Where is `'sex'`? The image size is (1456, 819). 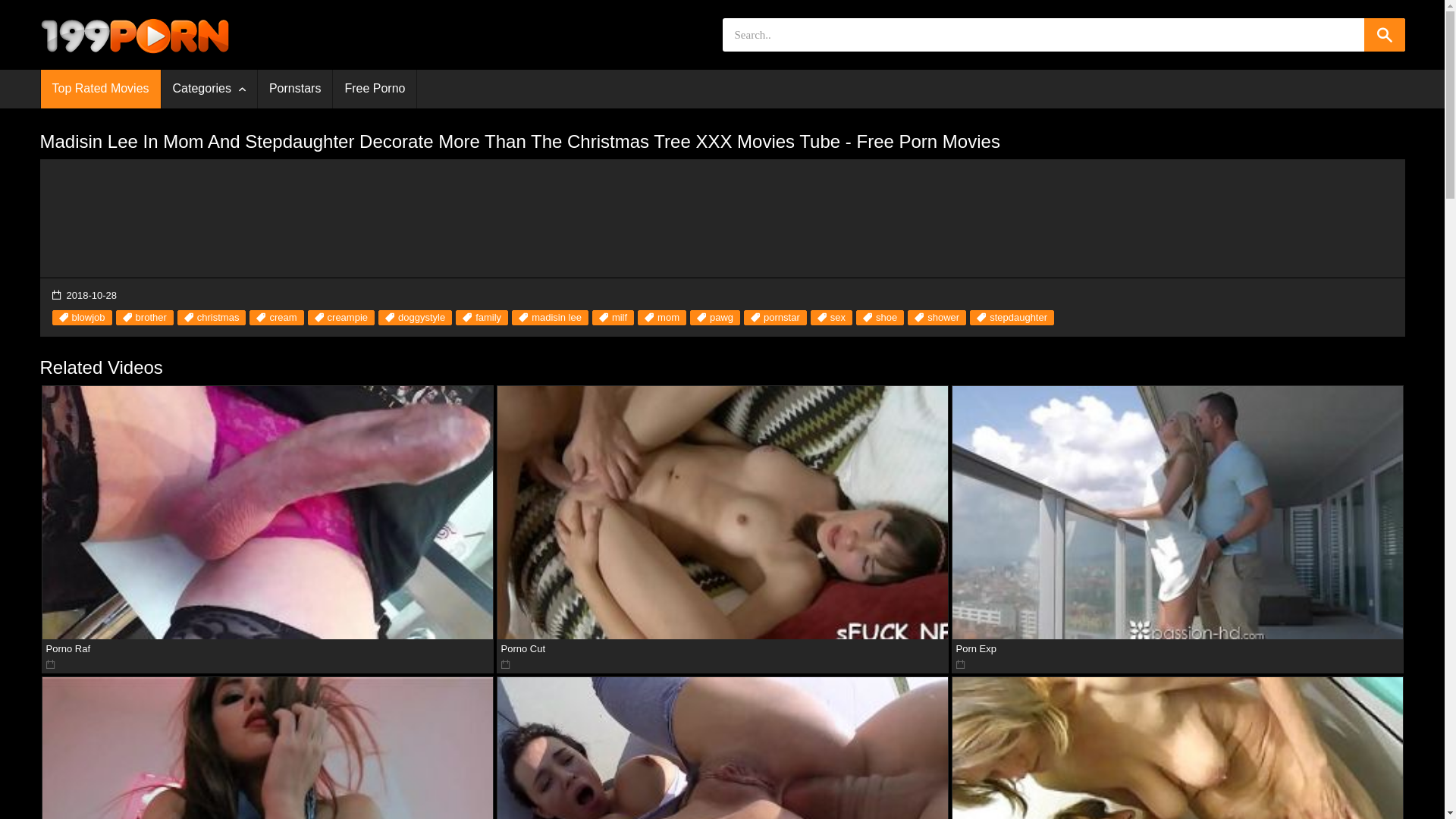 'sex' is located at coordinates (830, 317).